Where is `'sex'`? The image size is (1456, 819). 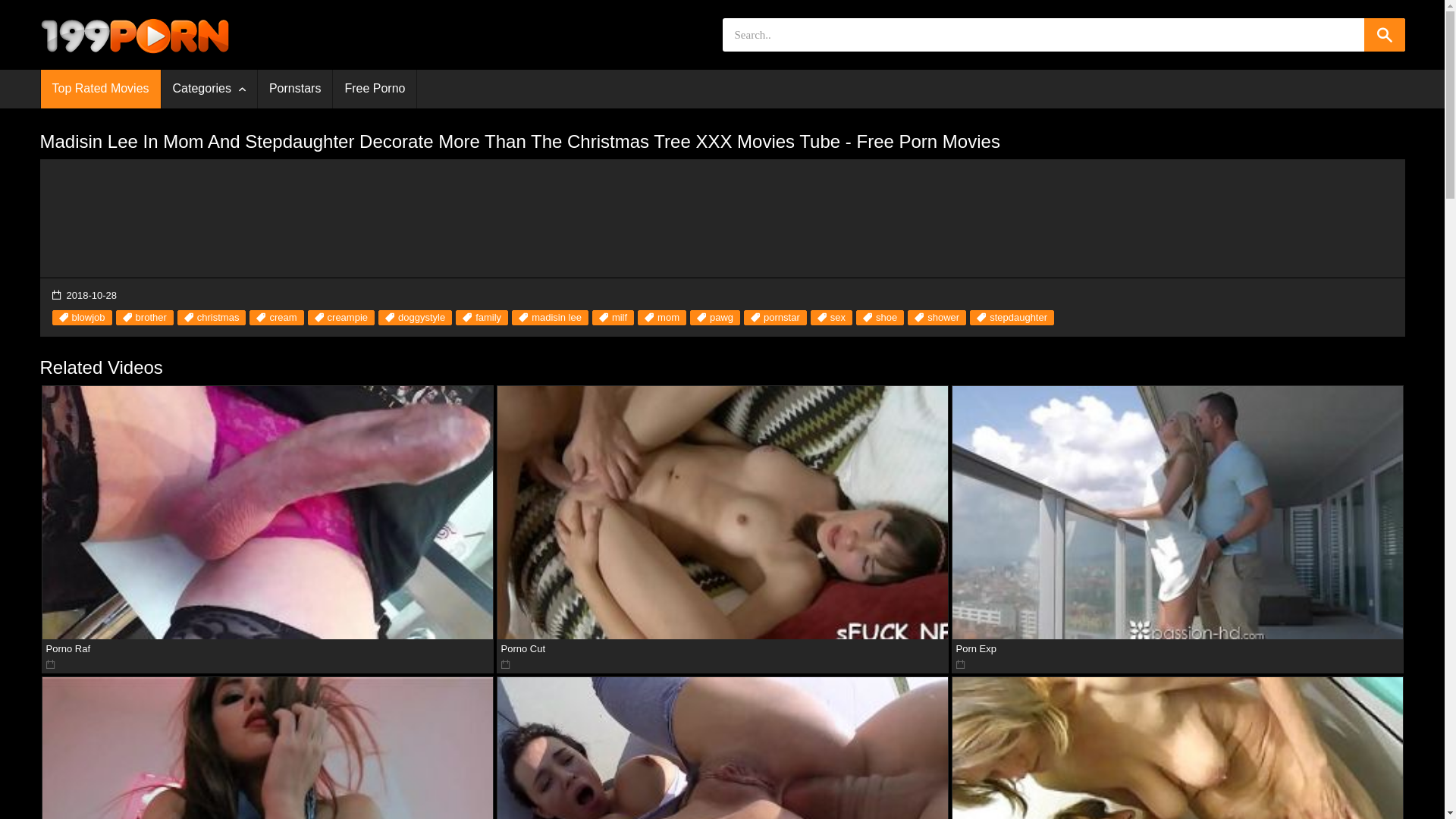 'sex' is located at coordinates (830, 317).